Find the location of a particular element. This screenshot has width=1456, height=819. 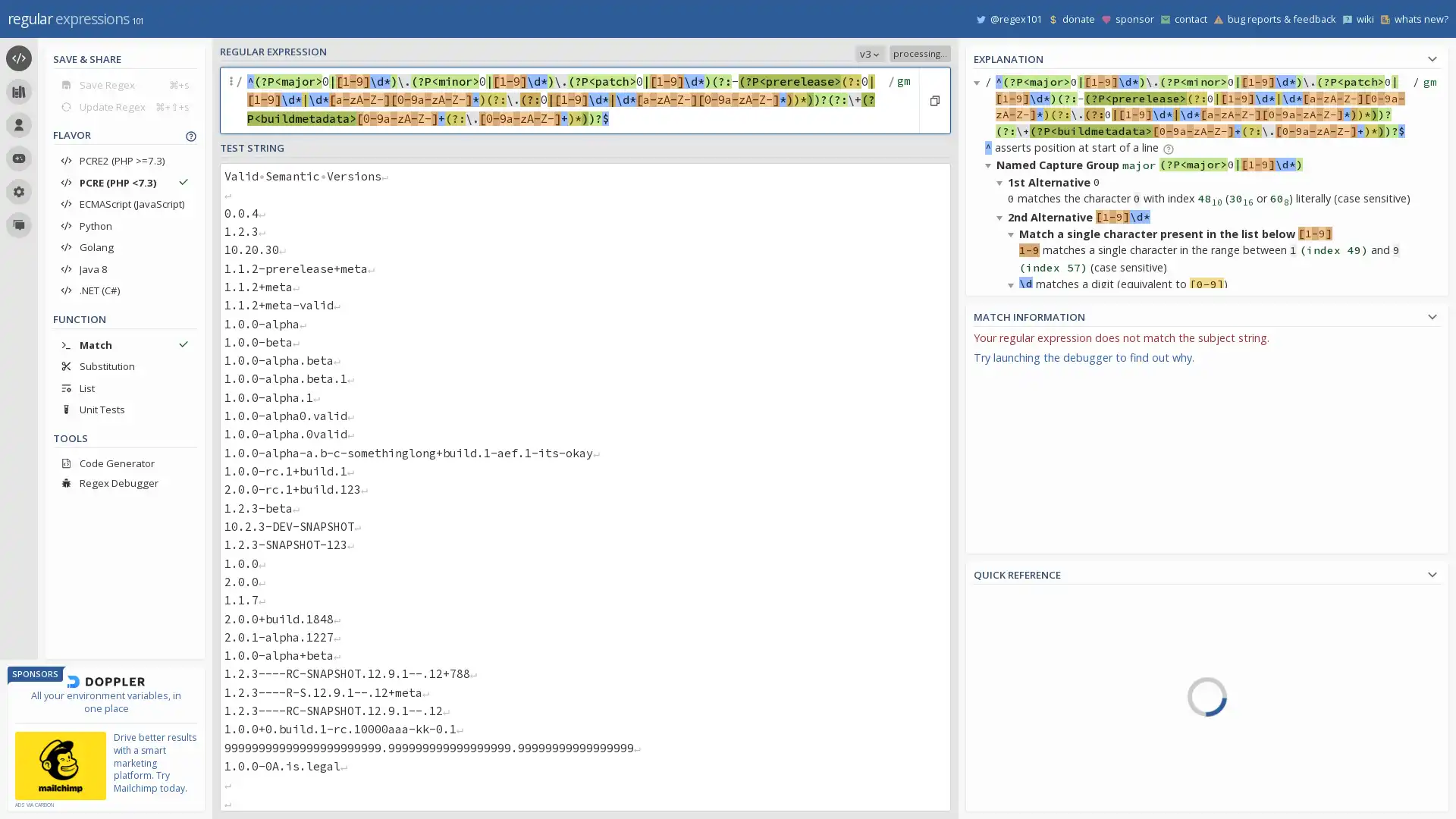

List is located at coordinates (124, 387).